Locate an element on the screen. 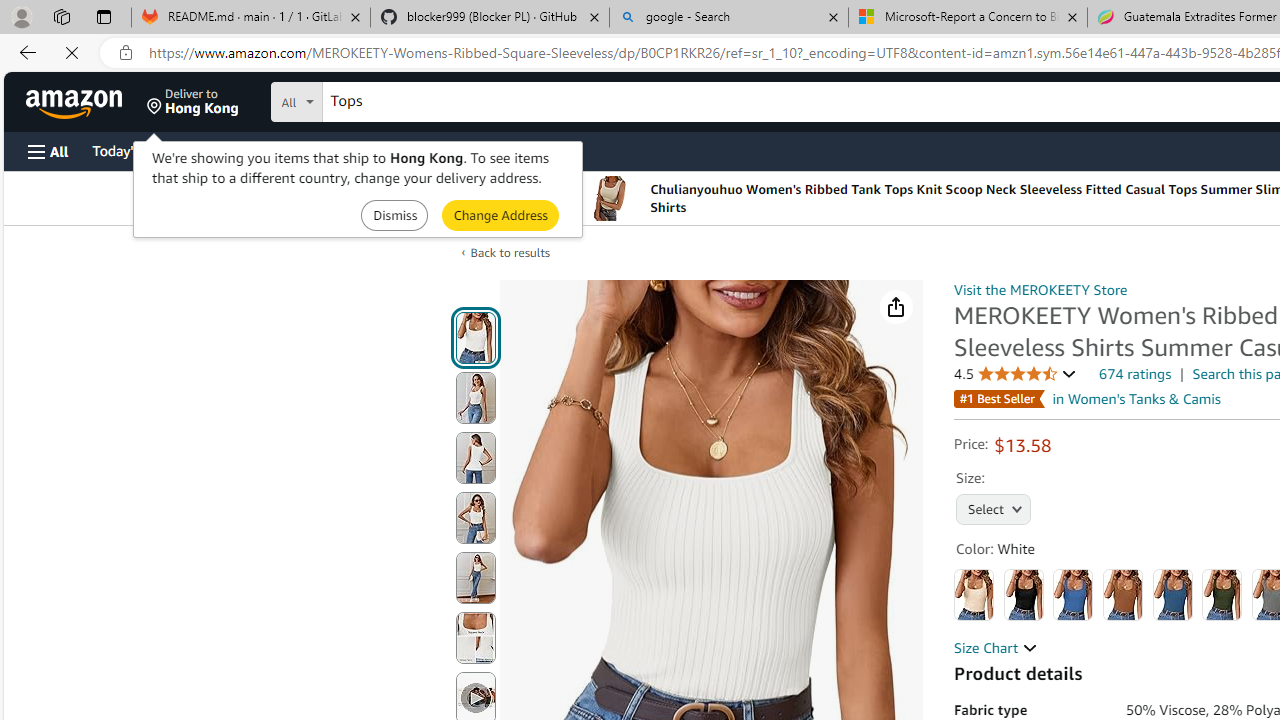  'Blue' is located at coordinates (1072, 594).